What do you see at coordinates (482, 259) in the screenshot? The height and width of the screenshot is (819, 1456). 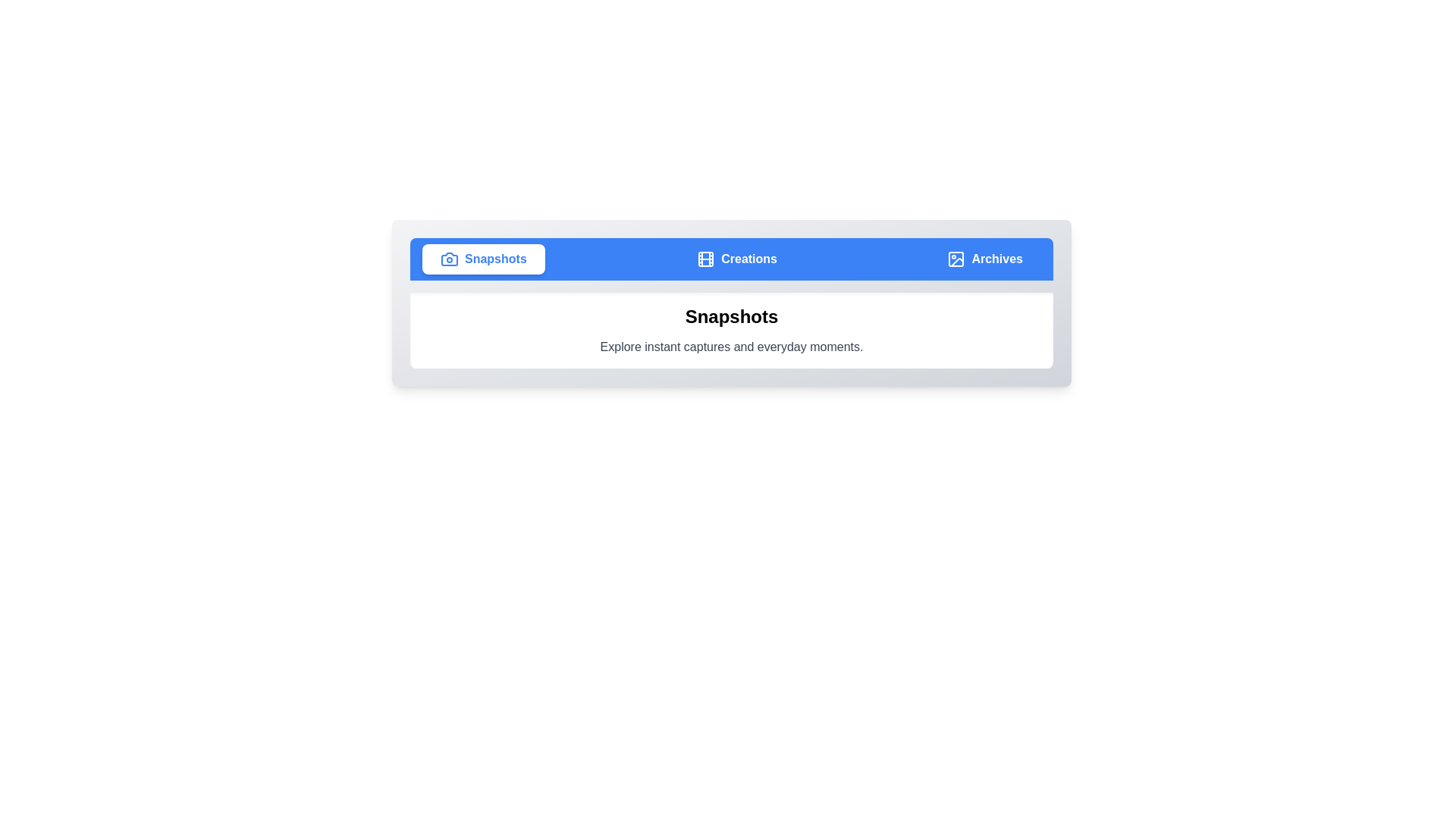 I see `the Snapshots tab to select it` at bounding box center [482, 259].